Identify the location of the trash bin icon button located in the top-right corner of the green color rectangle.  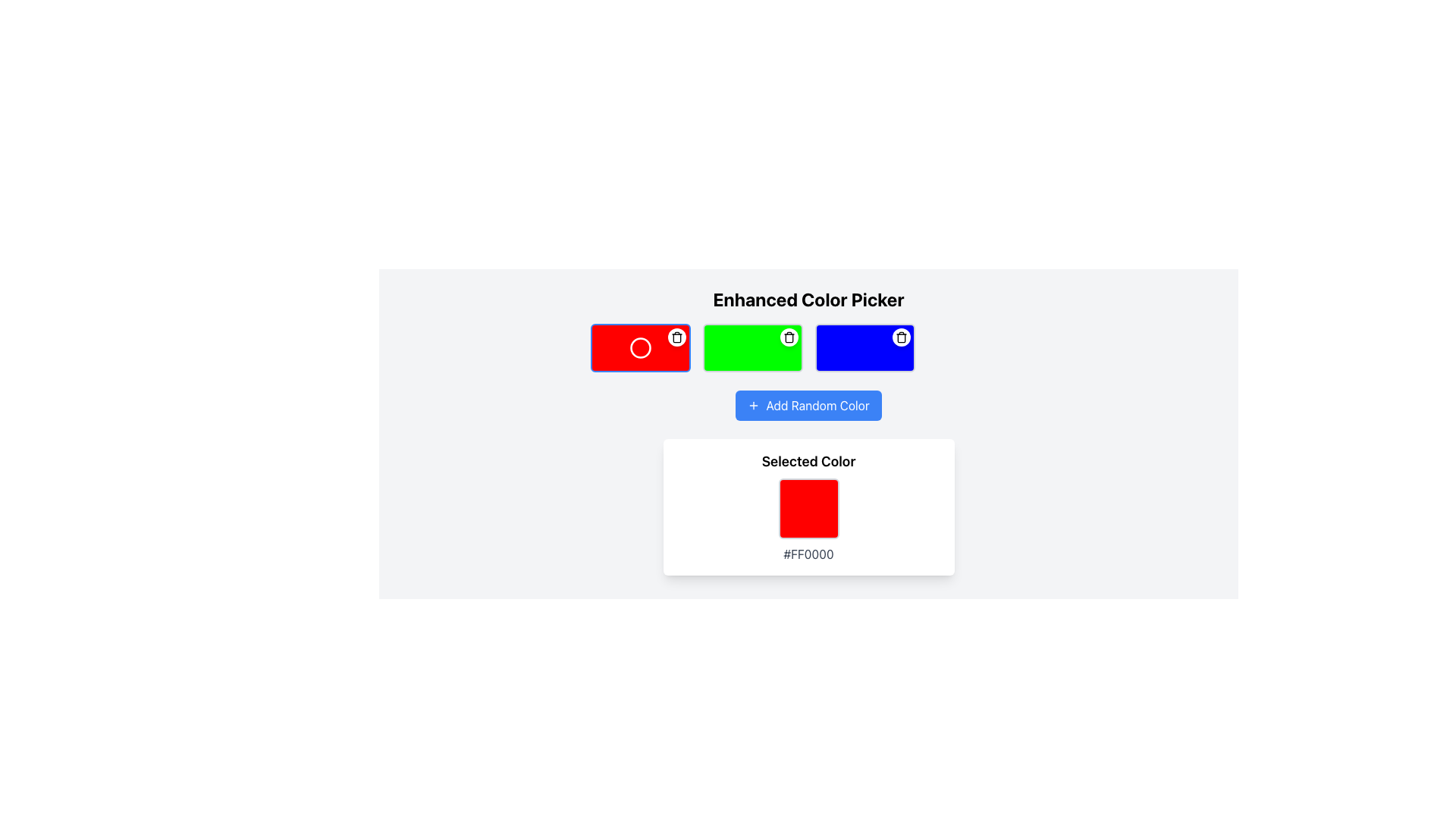
(789, 336).